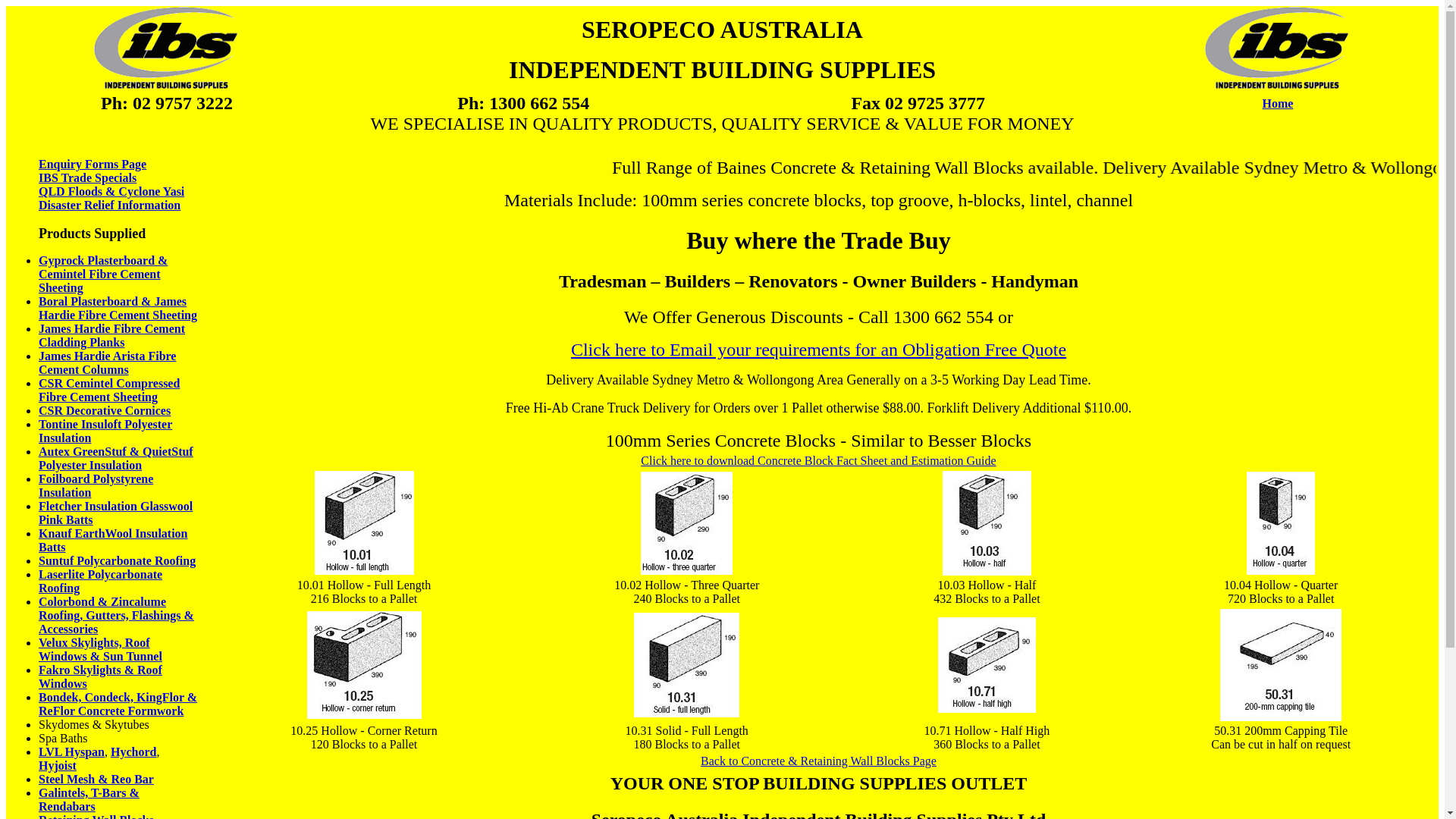 The image size is (1456, 819). I want to click on 'IBS Trade Specials', so click(91, 184).